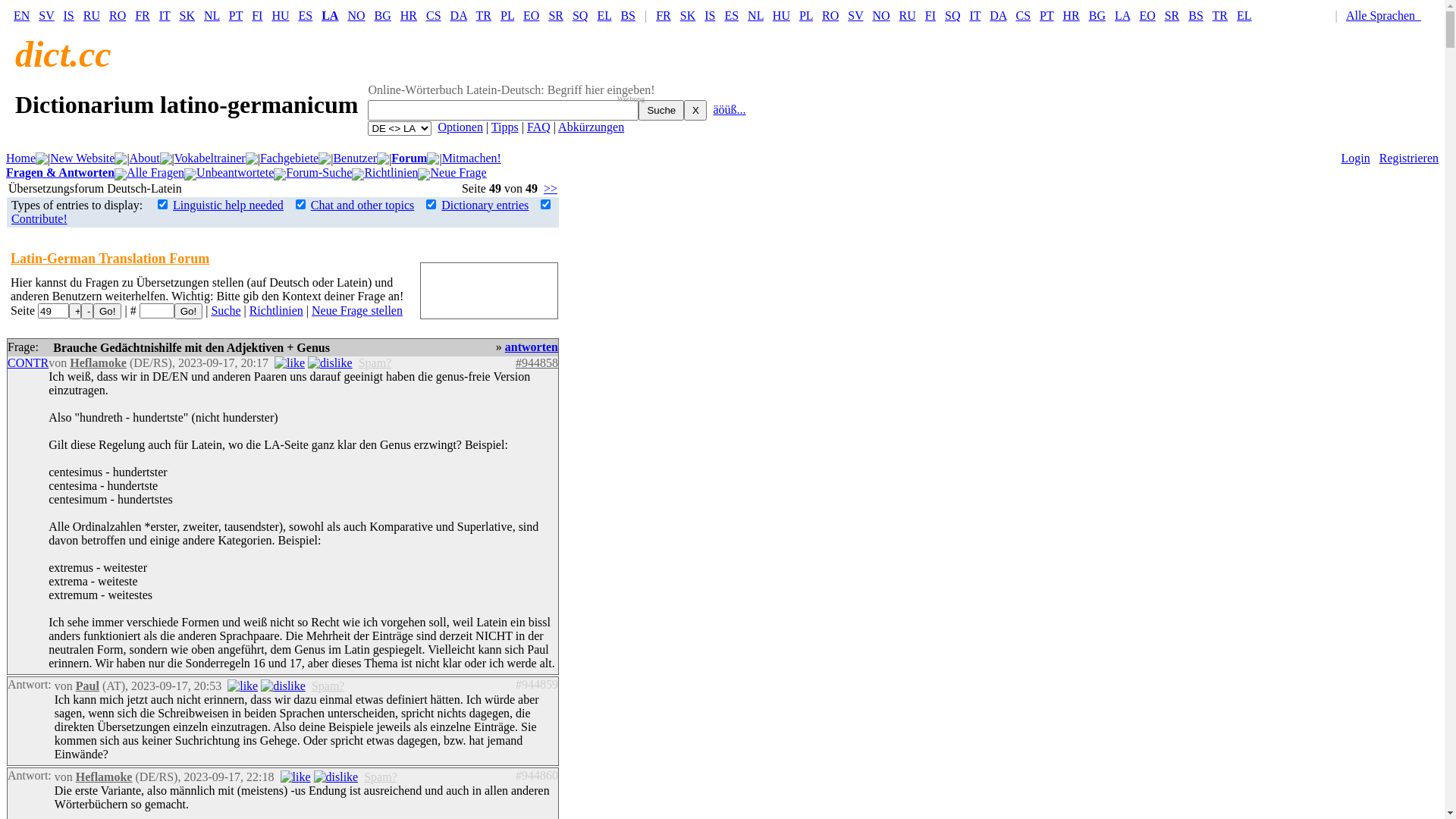 The width and height of the screenshot is (1456, 819). Describe the element at coordinates (471, 158) in the screenshot. I see `'Mitmachen!'` at that location.